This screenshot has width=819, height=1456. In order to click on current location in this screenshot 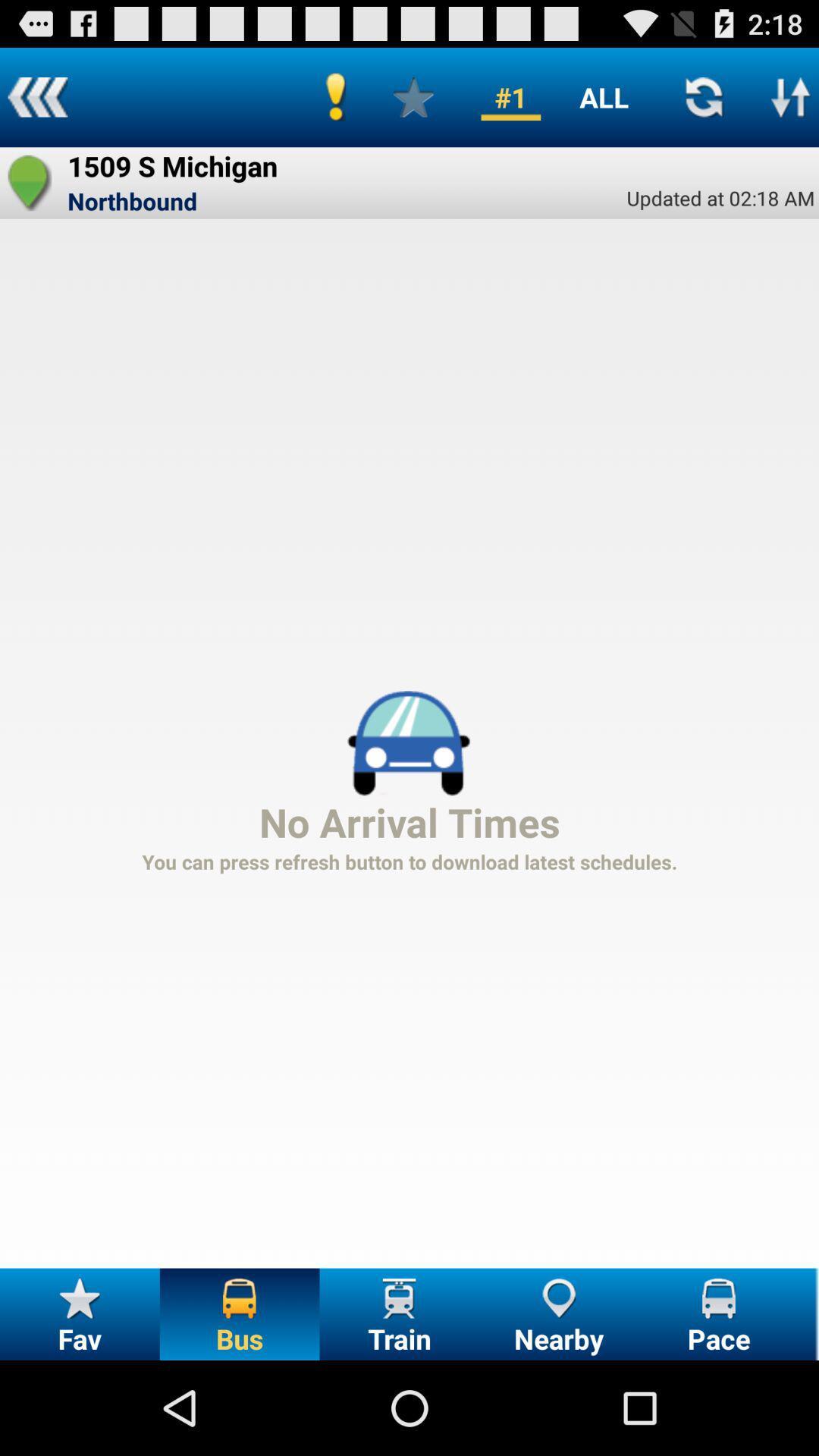, I will do `click(30, 182)`.